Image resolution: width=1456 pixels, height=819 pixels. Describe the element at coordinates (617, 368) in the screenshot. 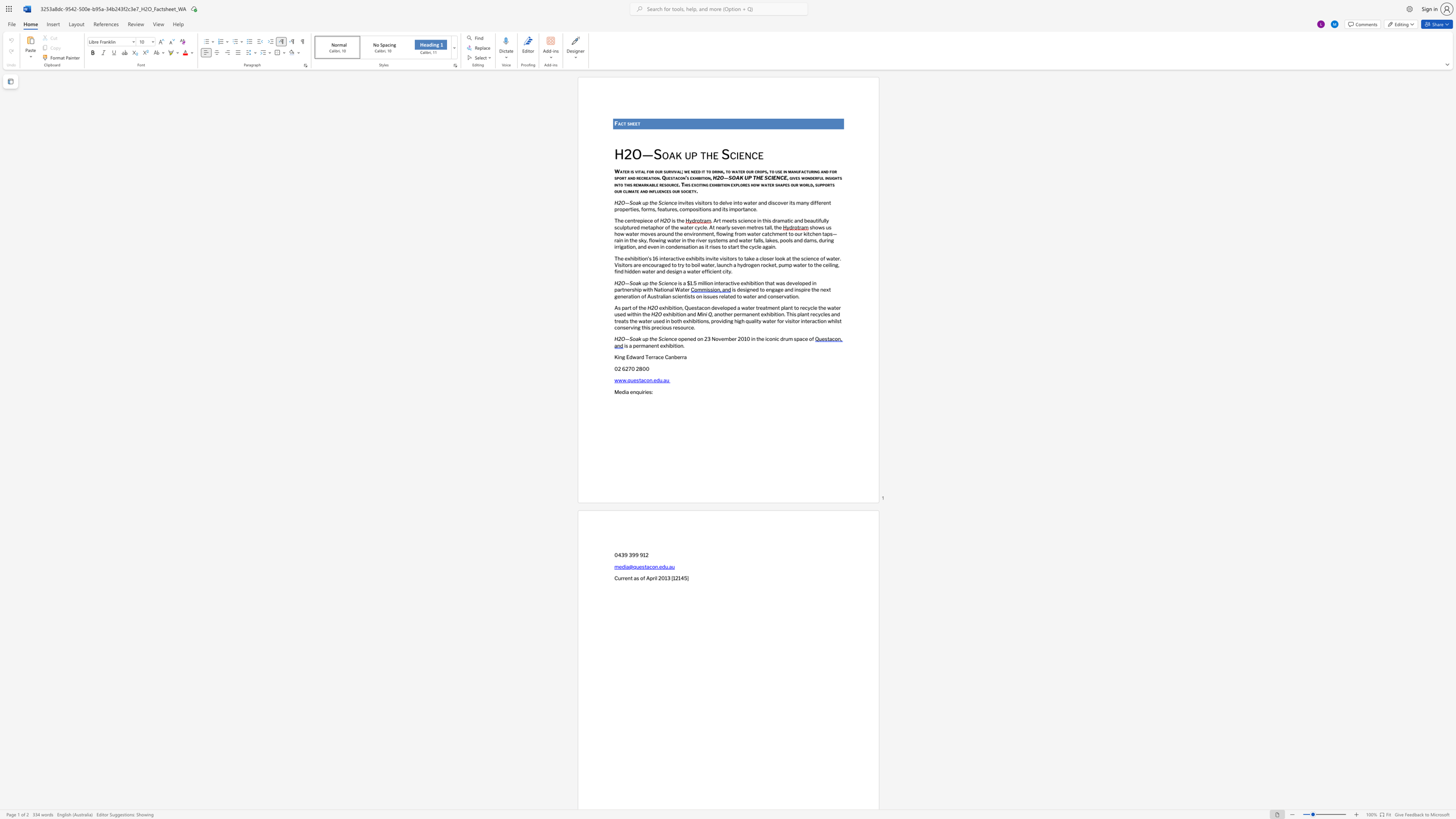

I see `the space between the continuous character "0" and "2" in the text` at that location.